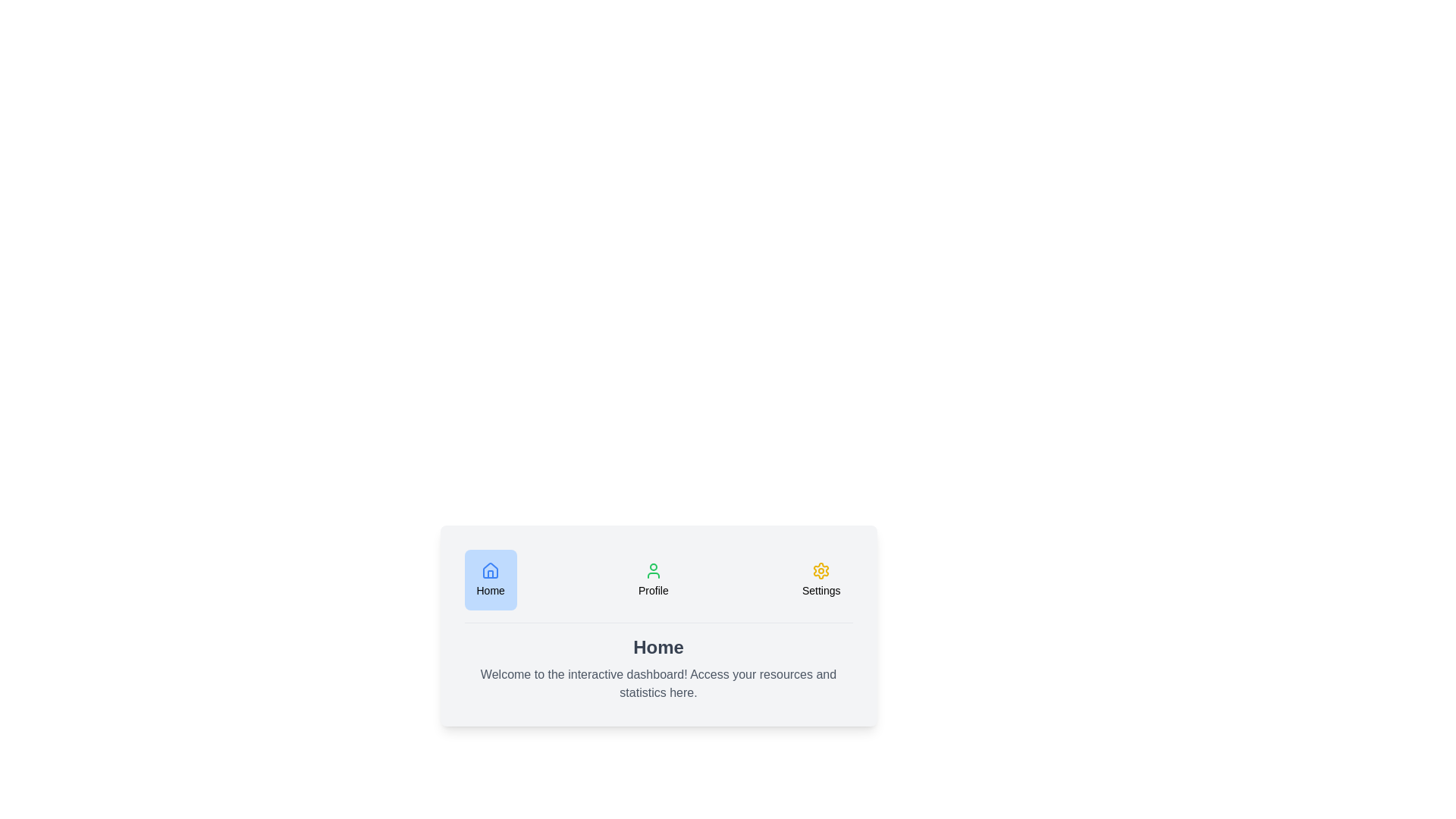 The image size is (1456, 819). What do you see at coordinates (652, 579) in the screenshot?
I see `the icon corresponding to Profile to switch to that tab` at bounding box center [652, 579].